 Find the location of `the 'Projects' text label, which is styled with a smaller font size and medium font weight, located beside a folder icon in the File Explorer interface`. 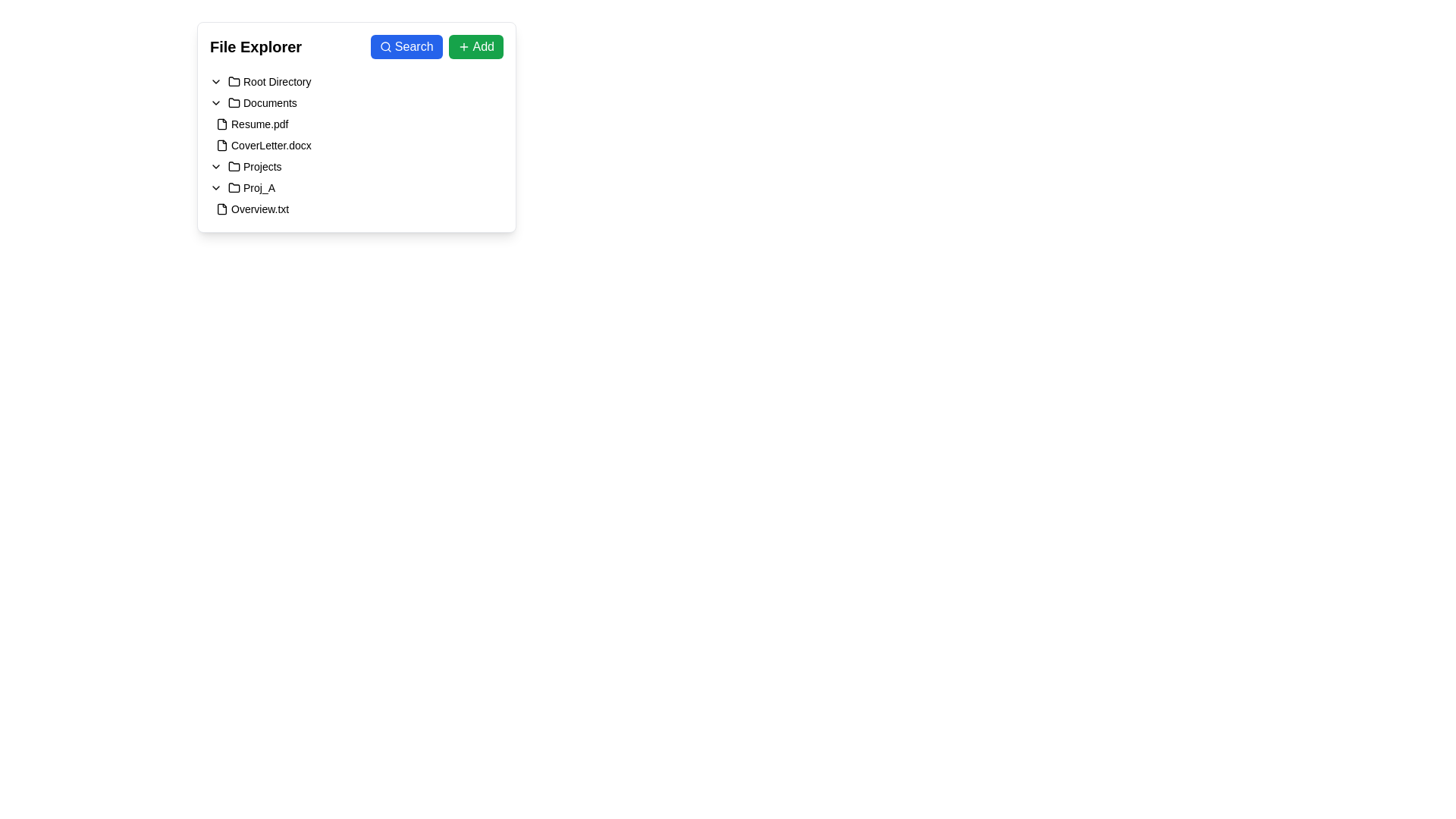

the 'Projects' text label, which is styled with a smaller font size and medium font weight, located beside a folder icon in the File Explorer interface is located at coordinates (262, 166).